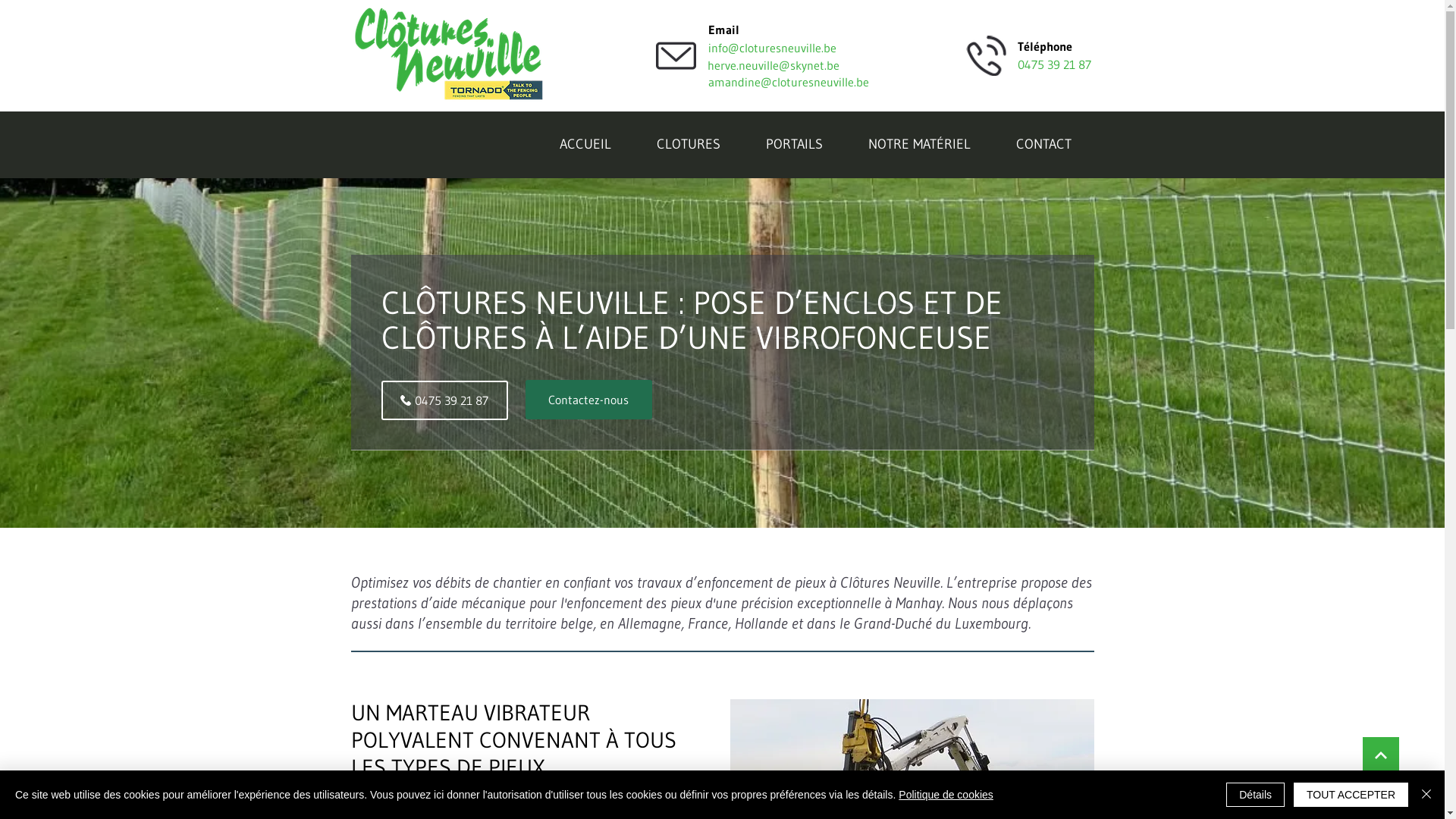 The width and height of the screenshot is (1456, 819). What do you see at coordinates (1043, 146) in the screenshot?
I see `'CONTACT'` at bounding box center [1043, 146].